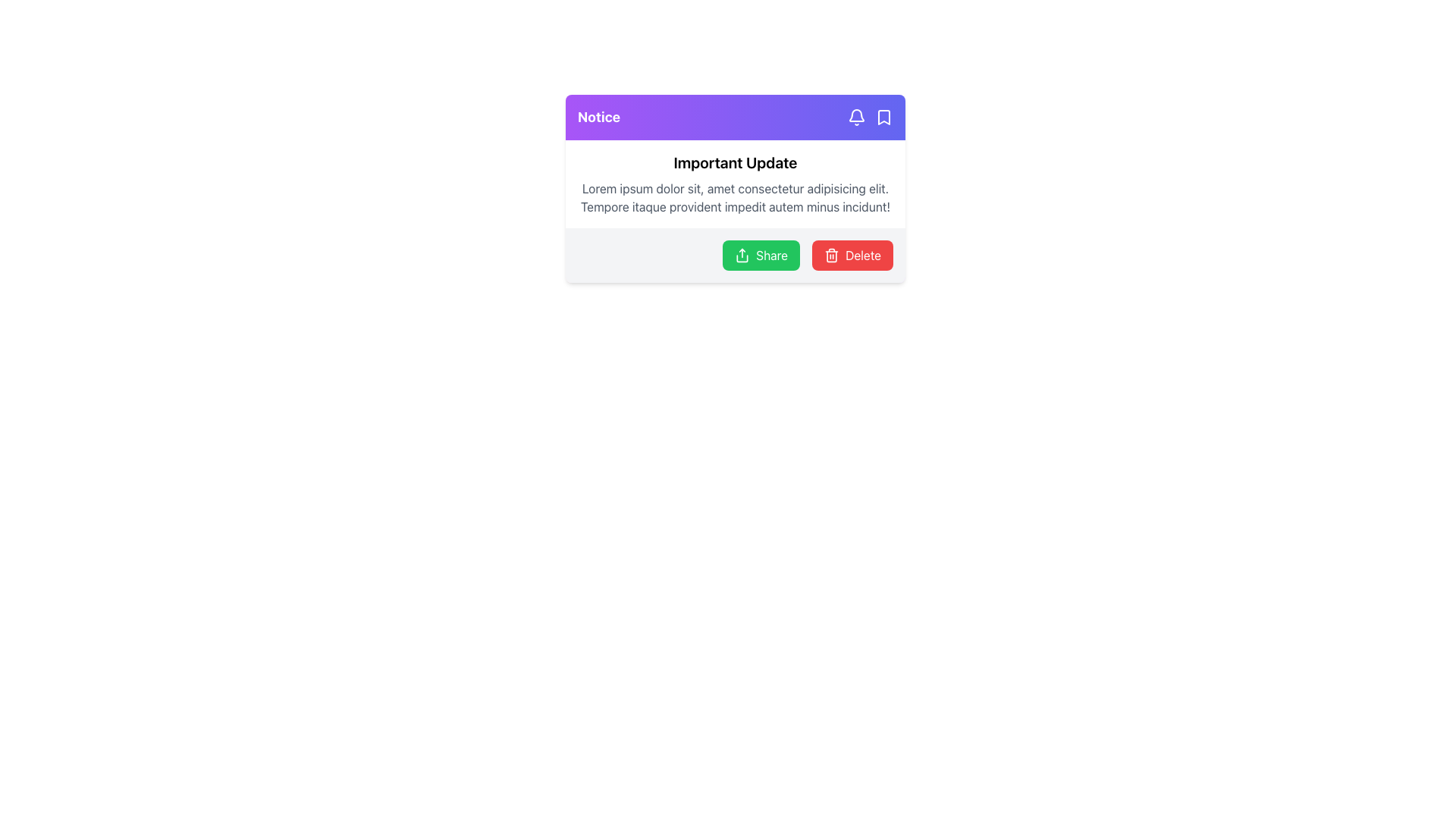  Describe the element at coordinates (852, 254) in the screenshot. I see `the red rounded rectangle button labeled 'Delete' with a trash can icon` at that location.